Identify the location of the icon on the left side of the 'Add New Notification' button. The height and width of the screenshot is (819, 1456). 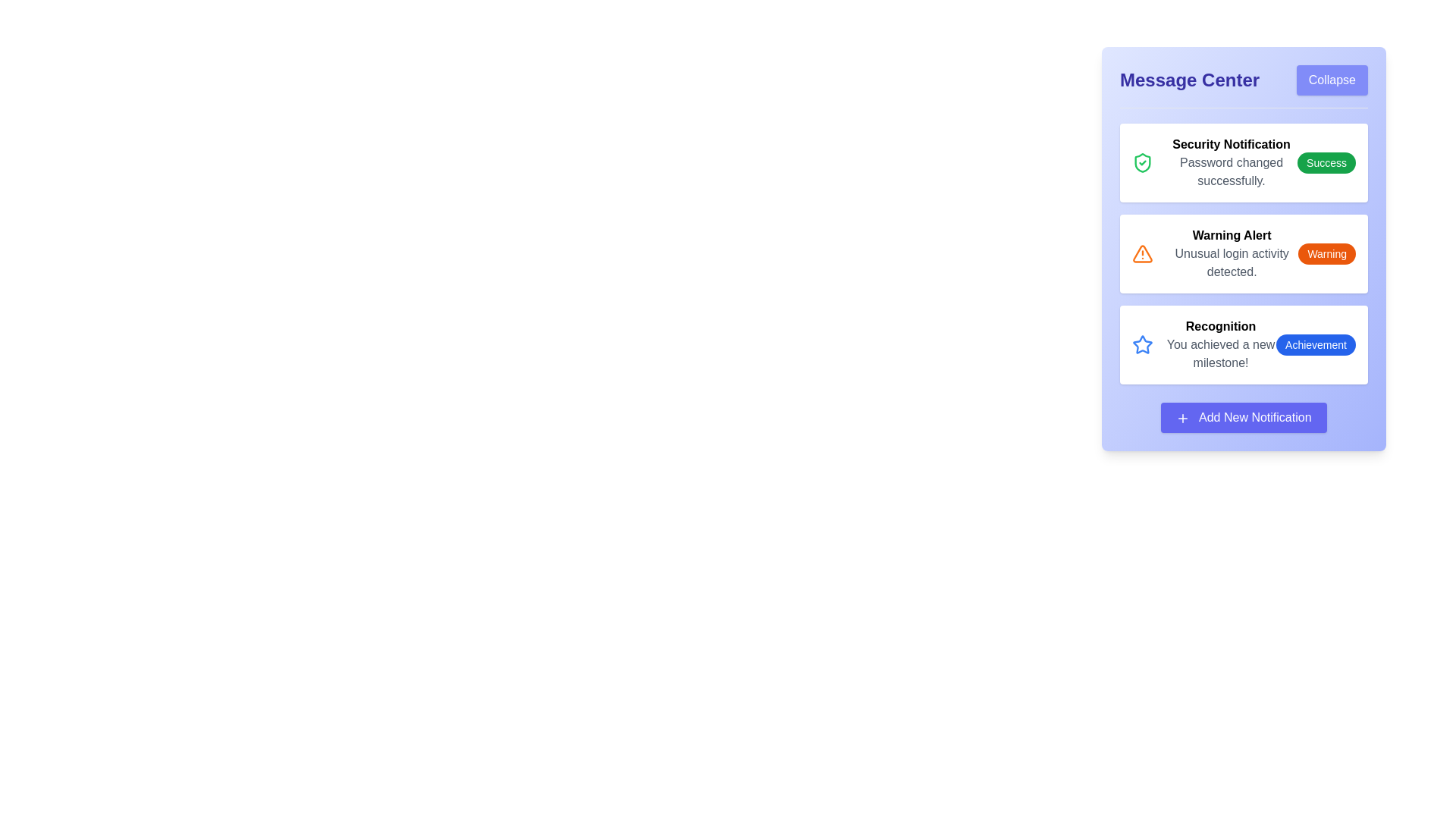
(1182, 418).